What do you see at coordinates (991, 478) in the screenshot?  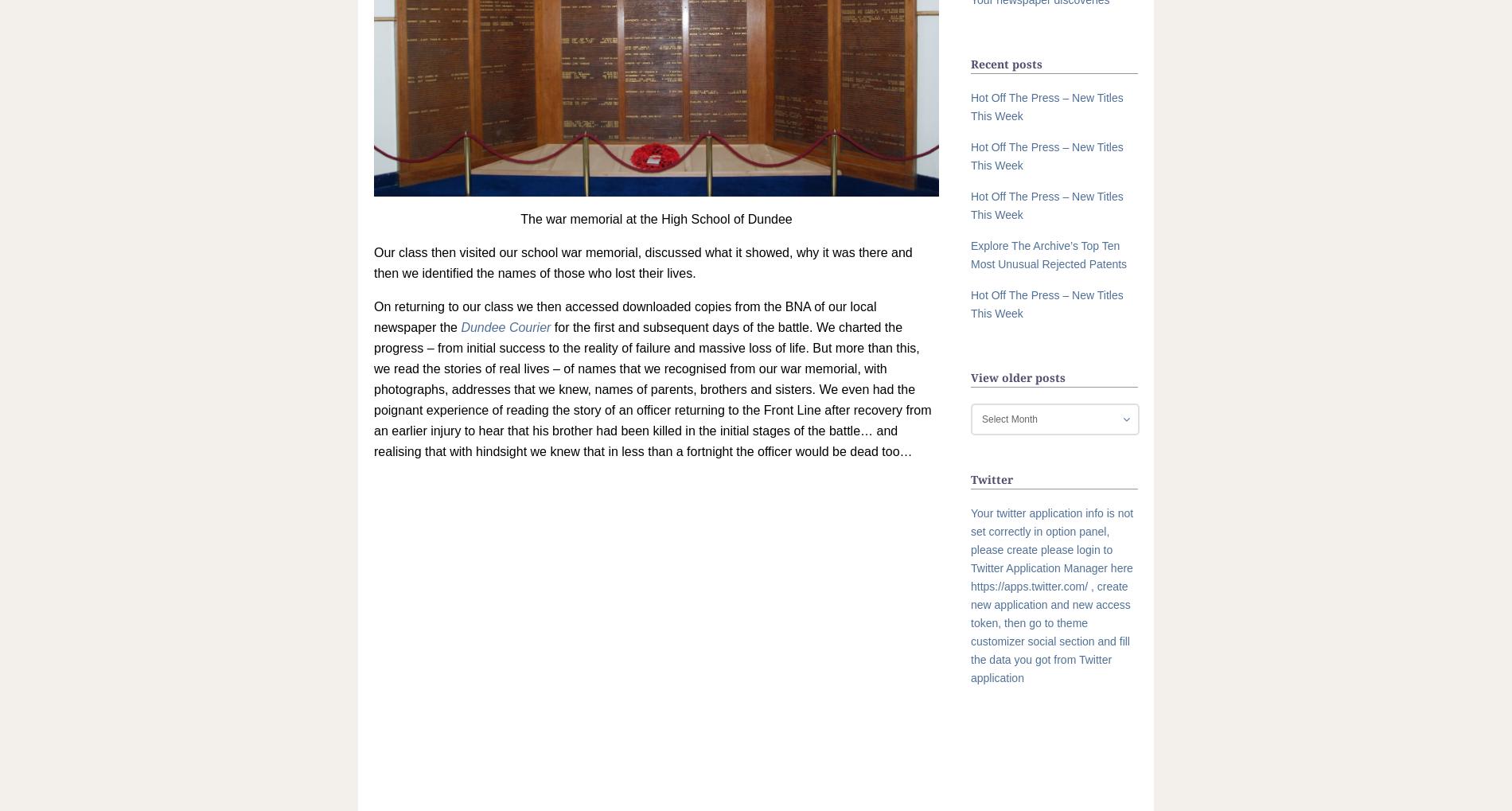 I see `'Twitter'` at bounding box center [991, 478].